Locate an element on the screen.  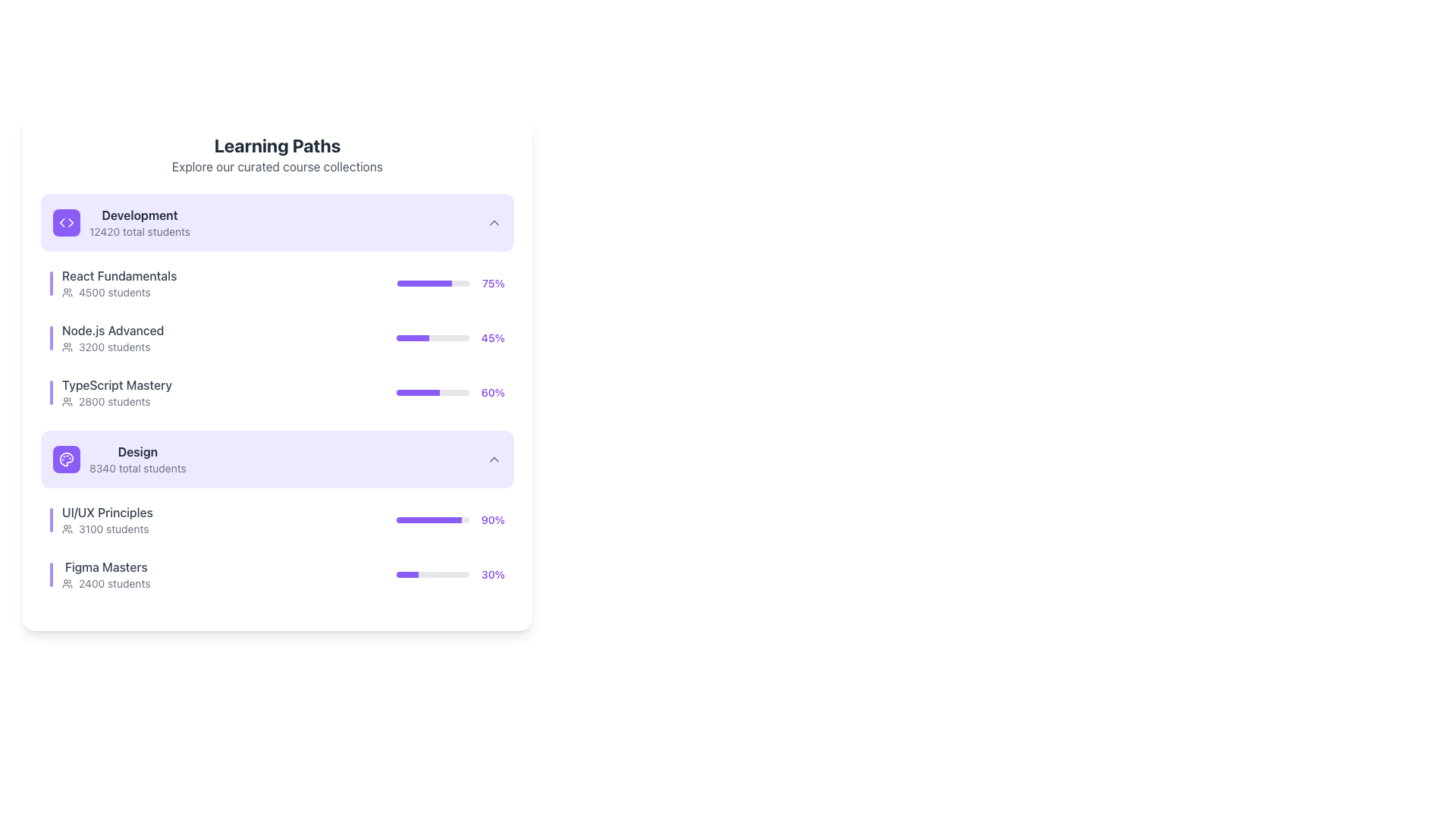
progress is located at coordinates (426, 337).